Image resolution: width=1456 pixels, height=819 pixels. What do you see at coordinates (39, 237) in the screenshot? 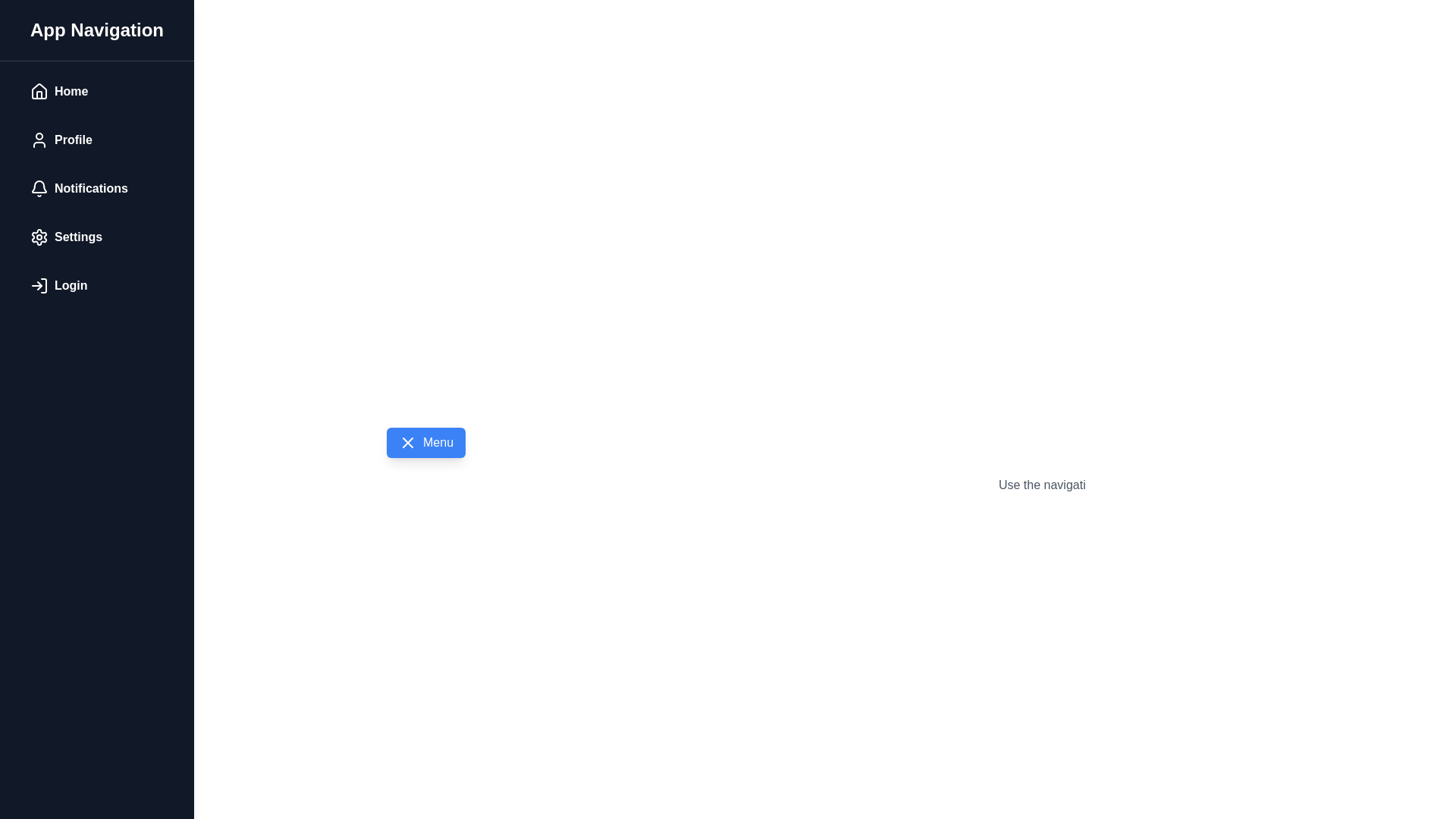
I see `the circular settings icon with a gear design, located to the left of the 'Settings' label, to see settings options` at bounding box center [39, 237].